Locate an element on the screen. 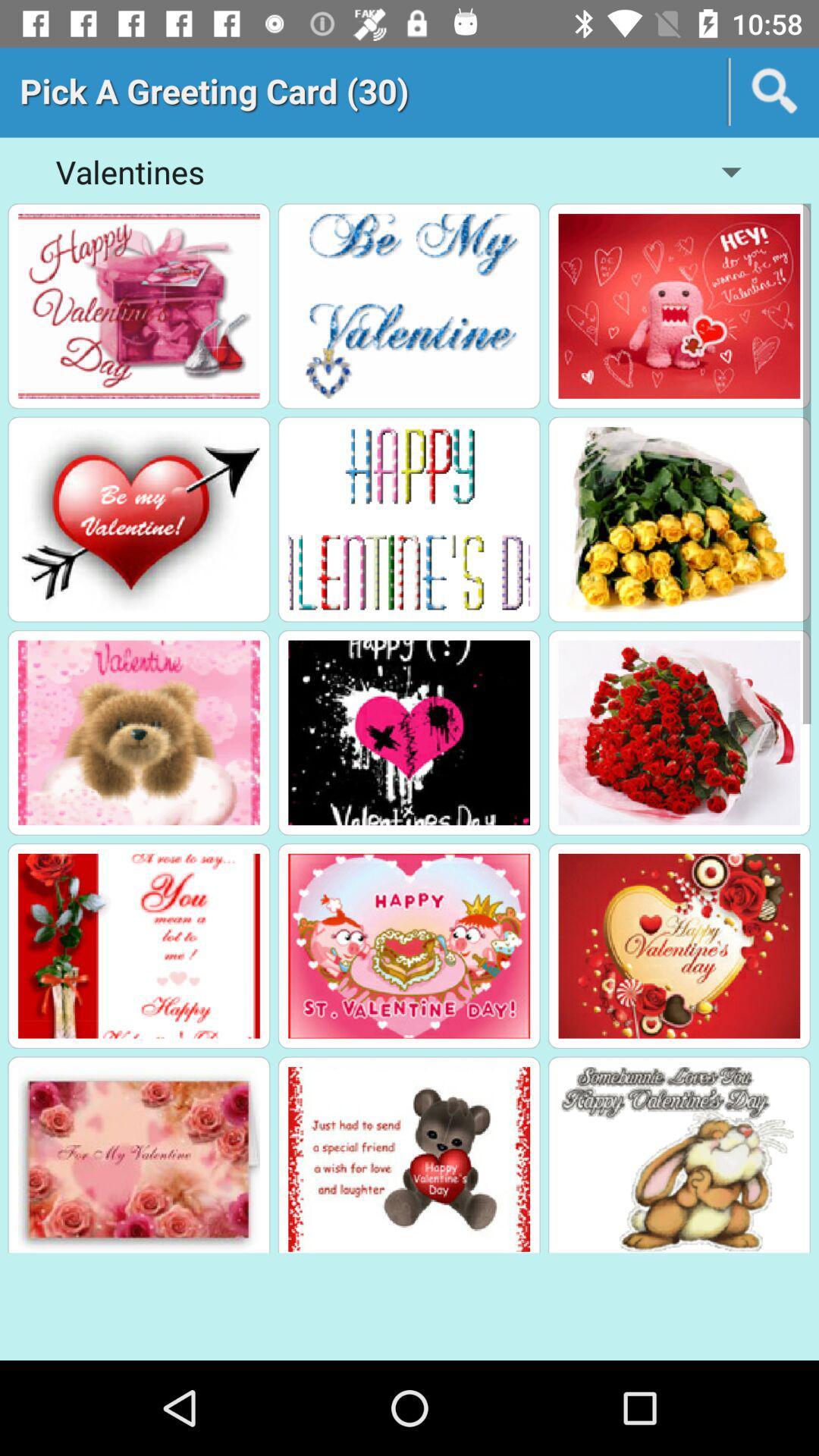  click the image is located at coordinates (678, 519).